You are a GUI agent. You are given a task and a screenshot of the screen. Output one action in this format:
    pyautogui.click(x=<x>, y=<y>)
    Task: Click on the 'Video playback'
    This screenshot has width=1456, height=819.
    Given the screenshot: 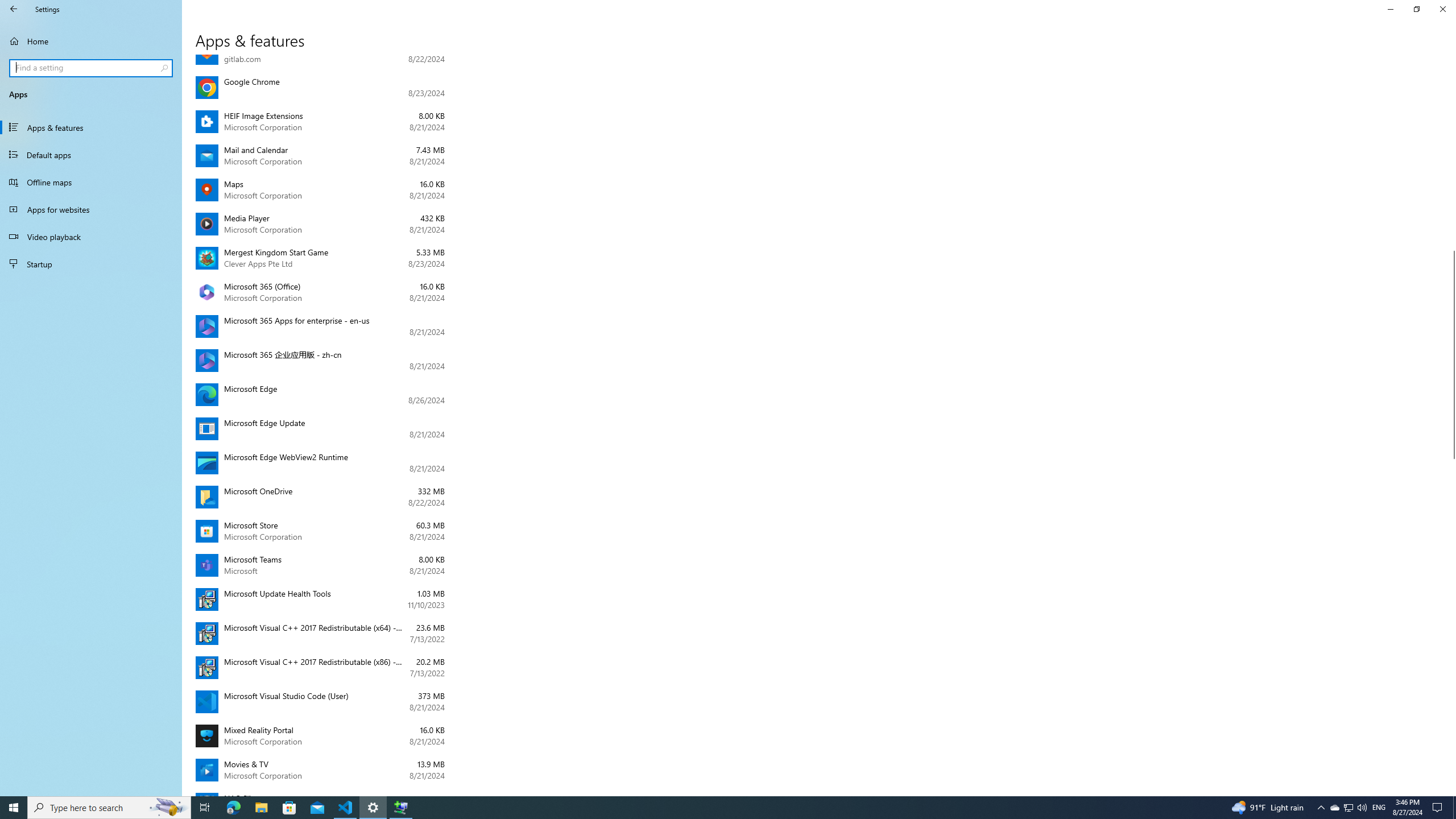 What is the action you would take?
    pyautogui.click(x=90, y=236)
    